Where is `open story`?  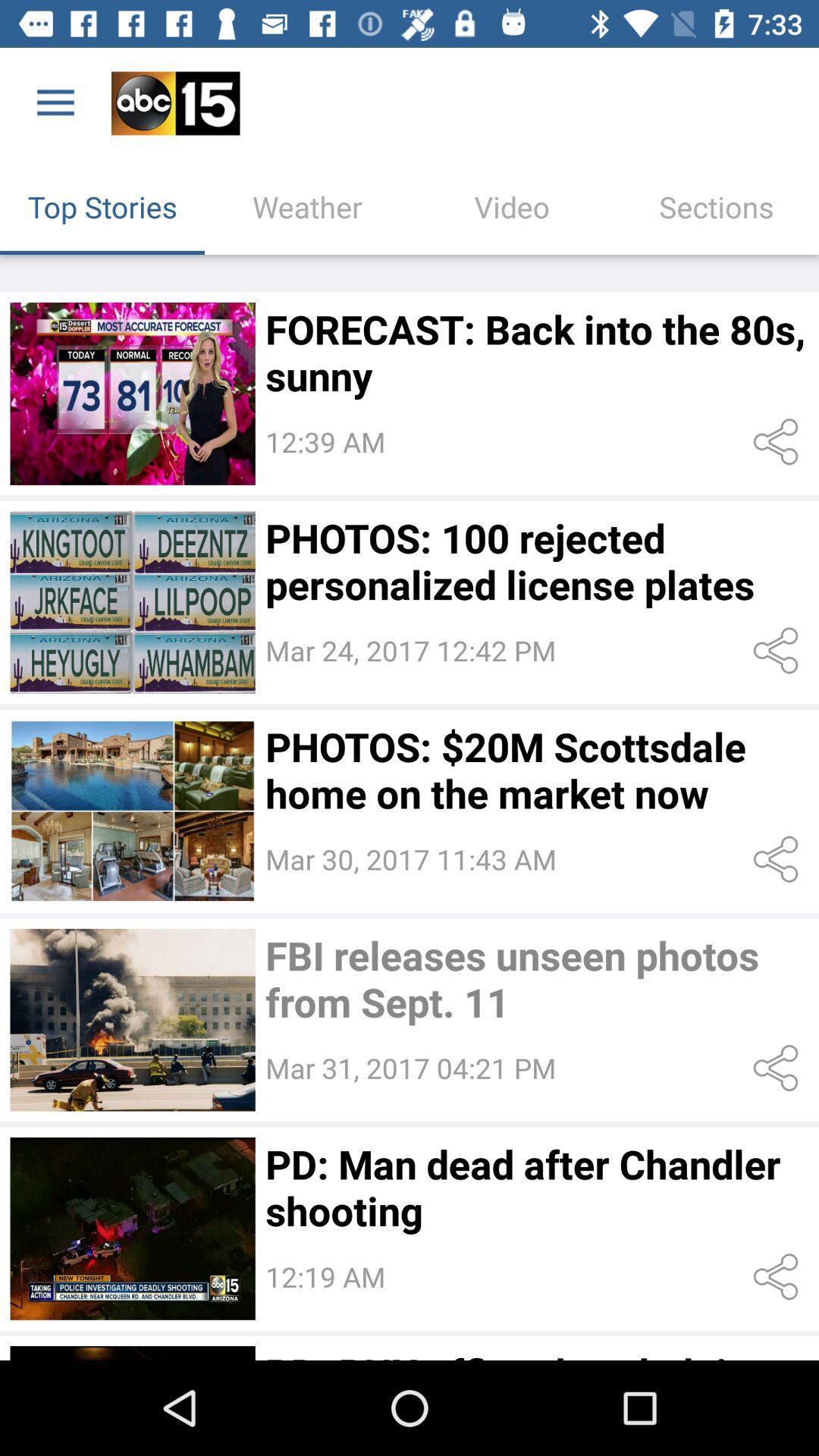 open story is located at coordinates (132, 1228).